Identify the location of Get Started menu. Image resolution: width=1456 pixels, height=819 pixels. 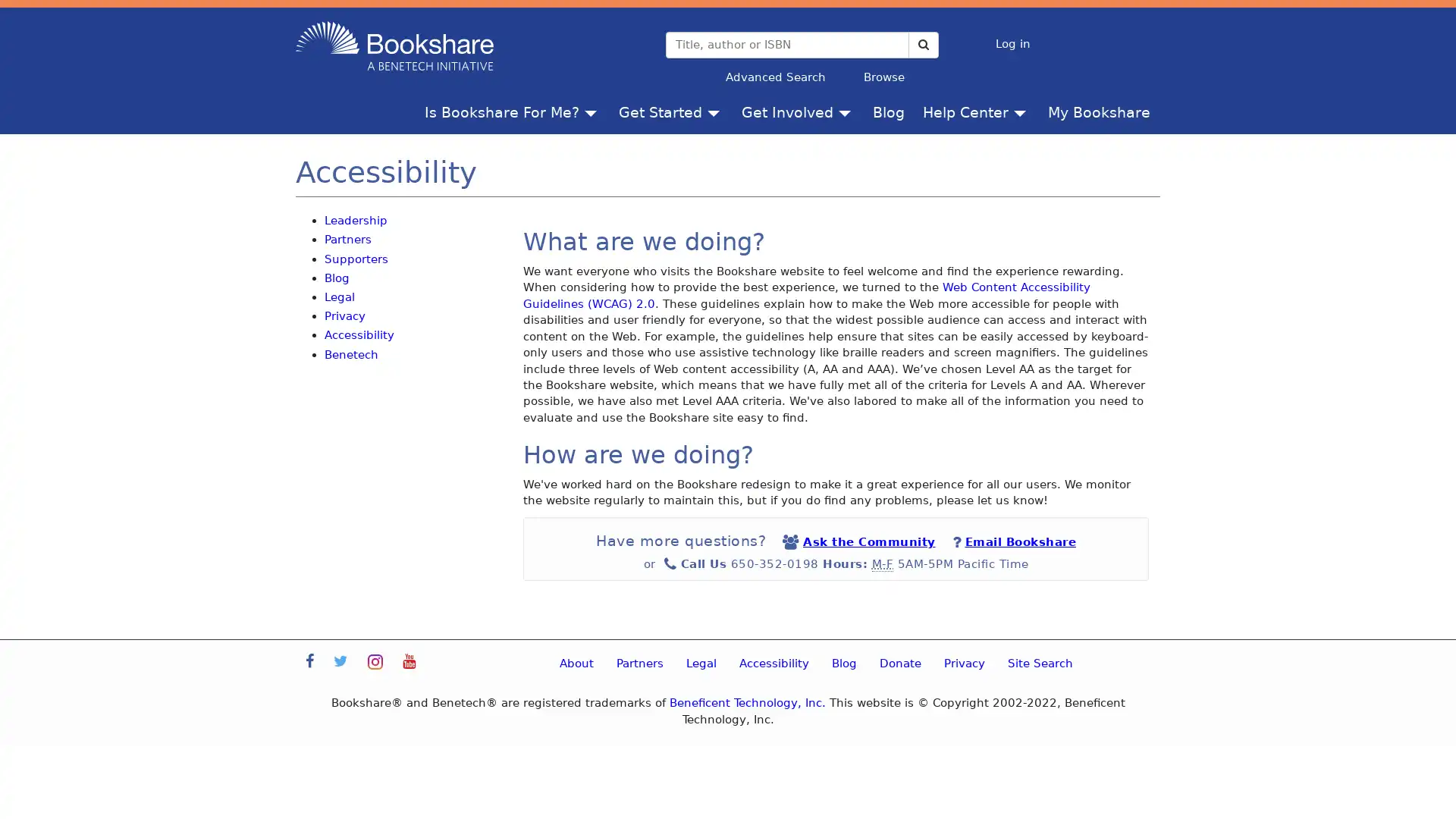
(716, 111).